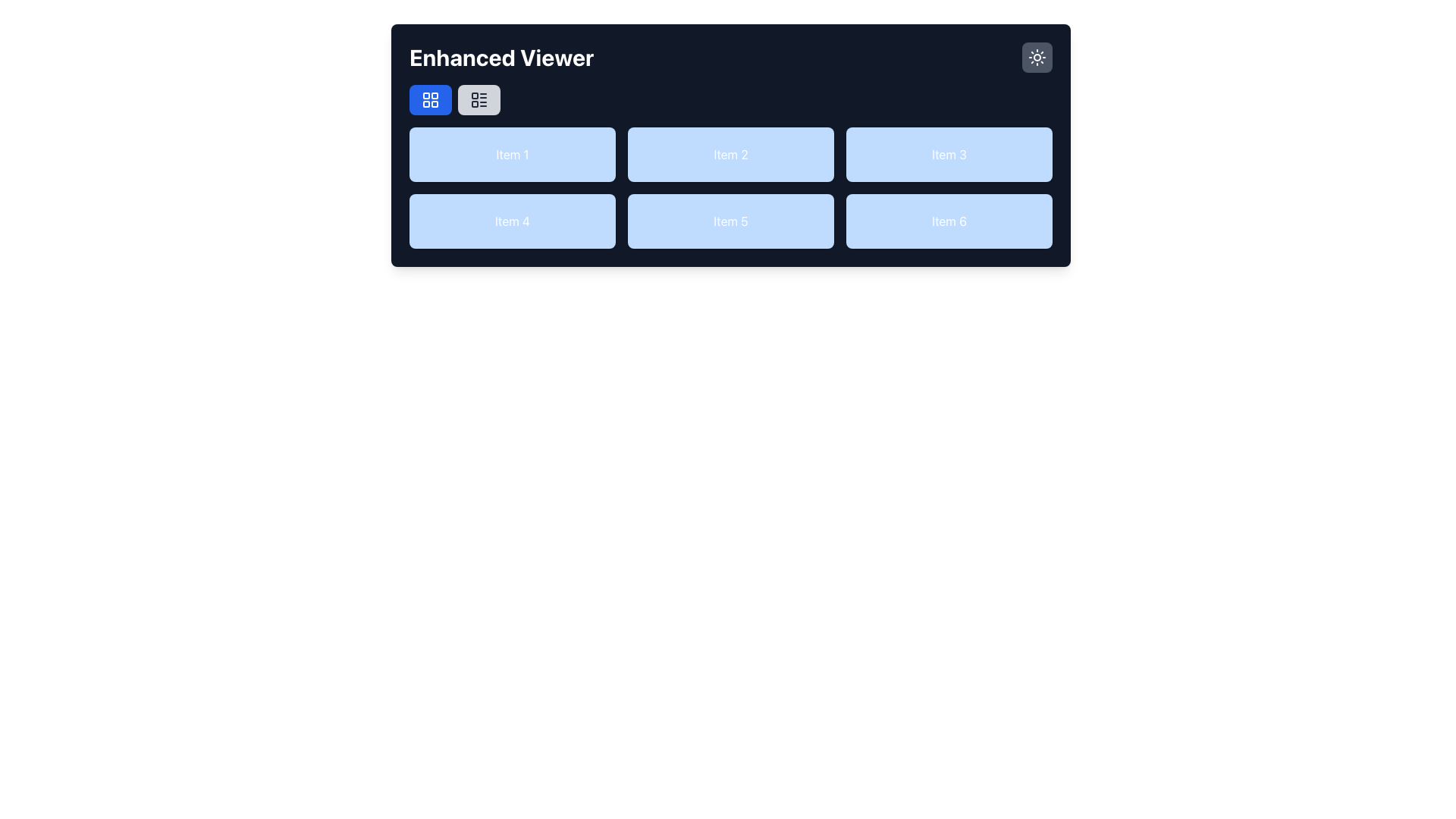 Image resolution: width=1456 pixels, height=819 pixels. What do you see at coordinates (429, 99) in the screenshot?
I see `the grid layout icon, which is a white icon with four small squares on a blue background located in the upper-left region of the interface` at bounding box center [429, 99].